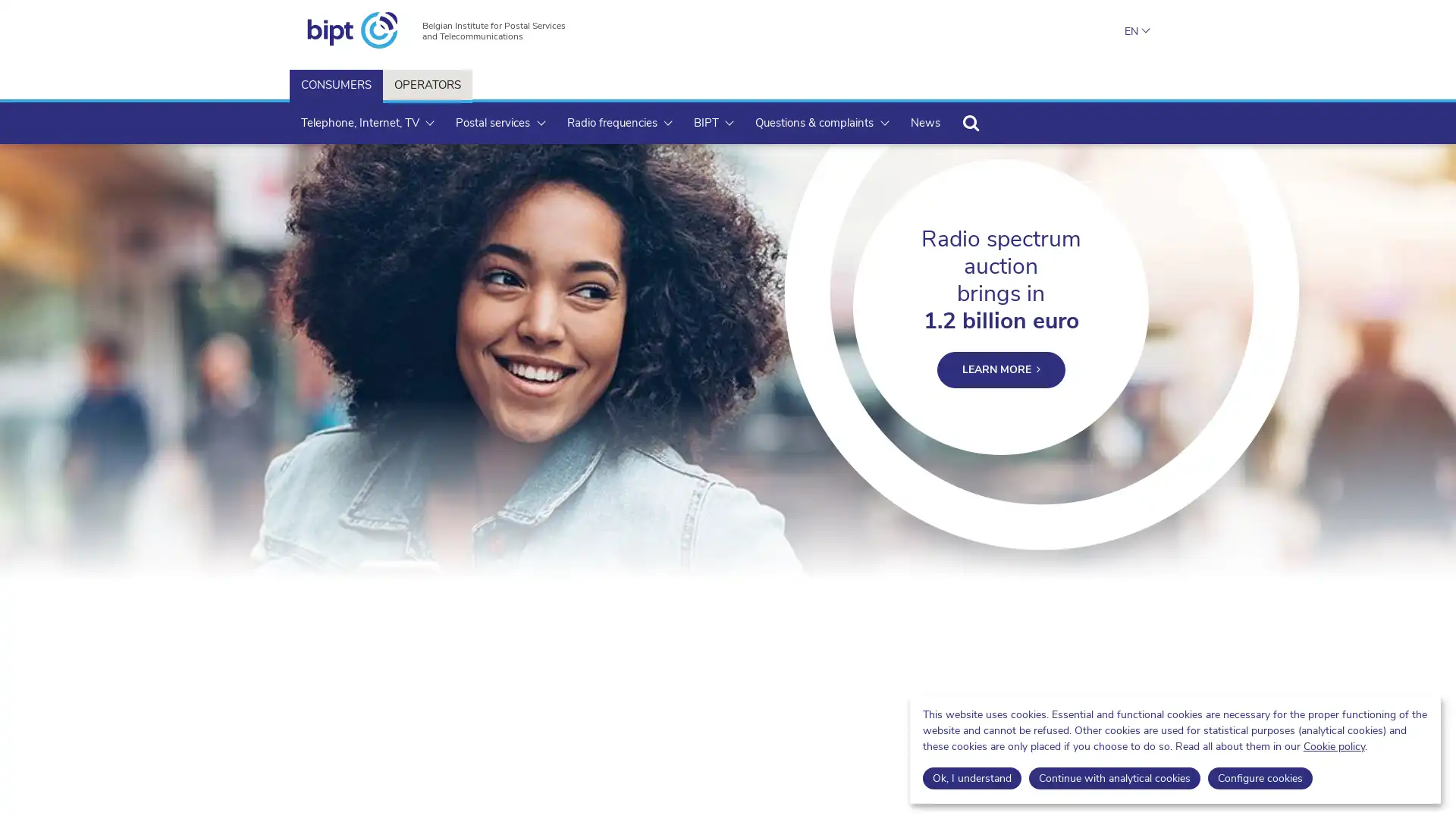  What do you see at coordinates (712, 122) in the screenshot?
I see `BIPT` at bounding box center [712, 122].